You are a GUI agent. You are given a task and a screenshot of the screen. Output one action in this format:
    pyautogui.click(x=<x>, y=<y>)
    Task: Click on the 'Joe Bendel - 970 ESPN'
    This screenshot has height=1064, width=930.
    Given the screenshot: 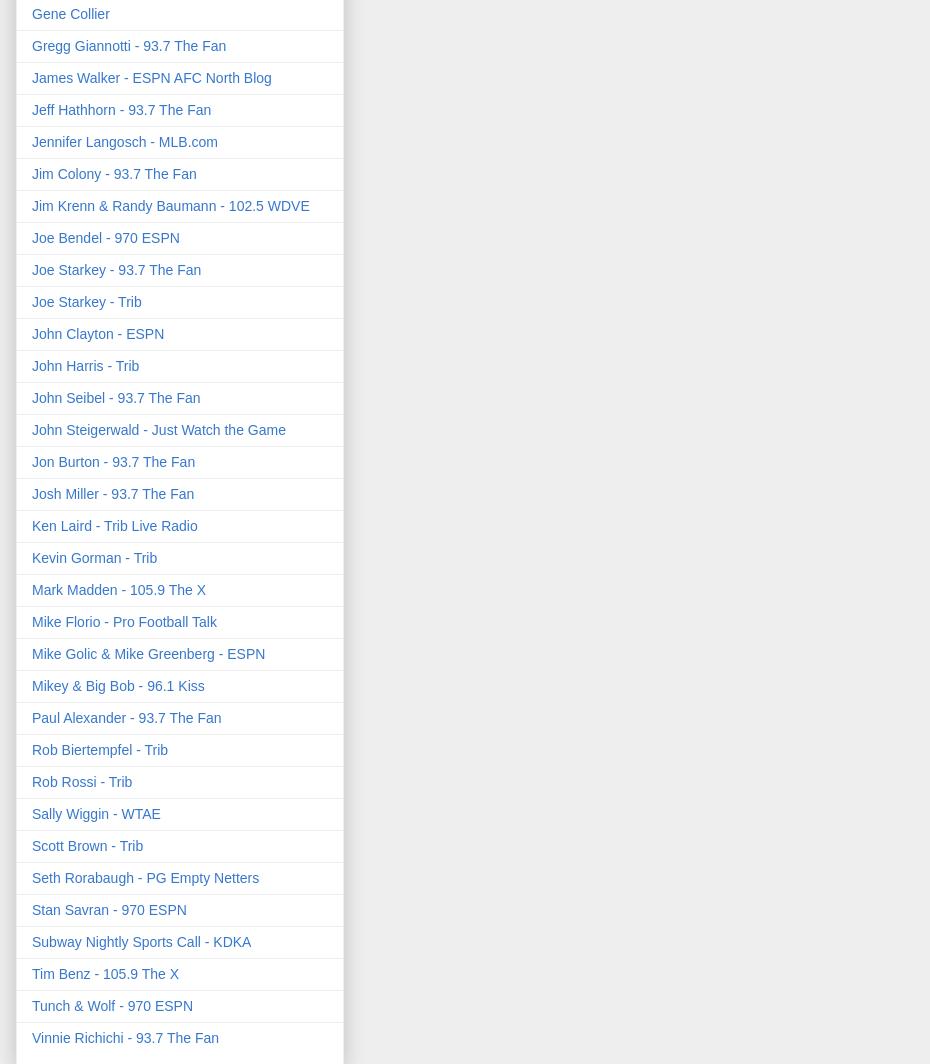 What is the action you would take?
    pyautogui.click(x=30, y=236)
    